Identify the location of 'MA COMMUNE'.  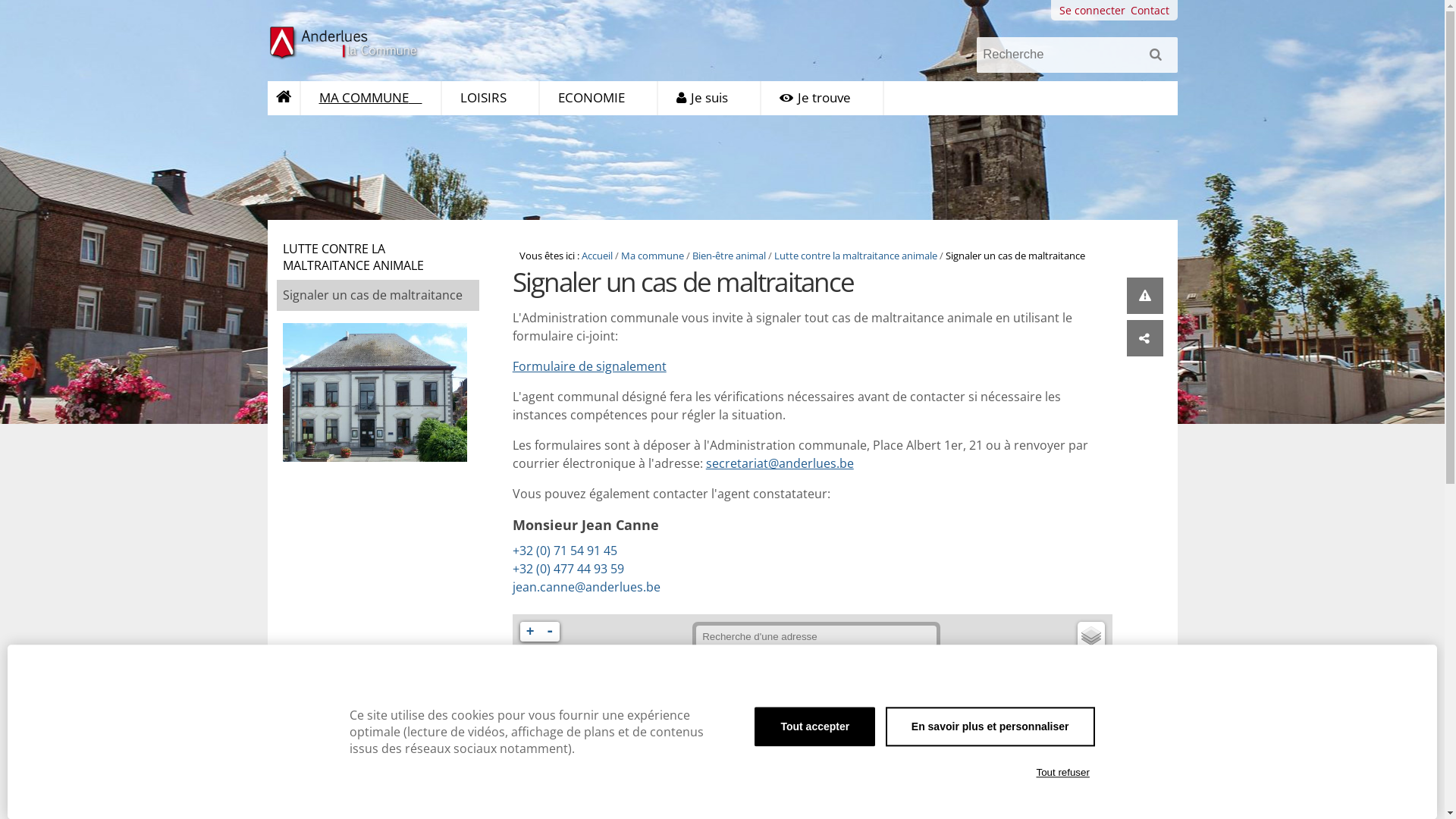
(371, 98).